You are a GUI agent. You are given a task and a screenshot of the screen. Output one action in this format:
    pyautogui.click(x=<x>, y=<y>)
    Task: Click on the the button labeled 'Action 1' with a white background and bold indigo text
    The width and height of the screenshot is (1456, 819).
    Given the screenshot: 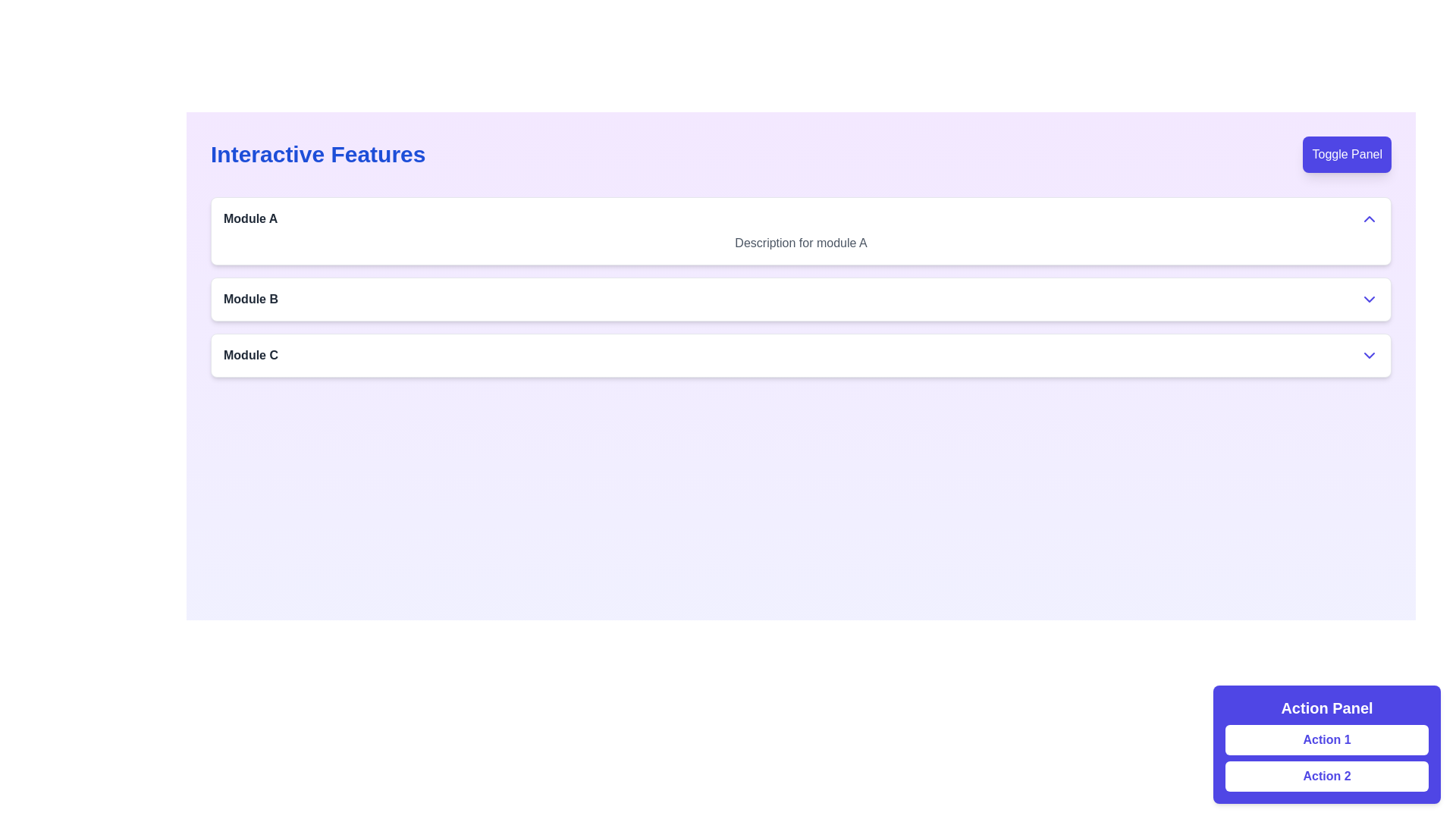 What is the action you would take?
    pyautogui.click(x=1326, y=739)
    